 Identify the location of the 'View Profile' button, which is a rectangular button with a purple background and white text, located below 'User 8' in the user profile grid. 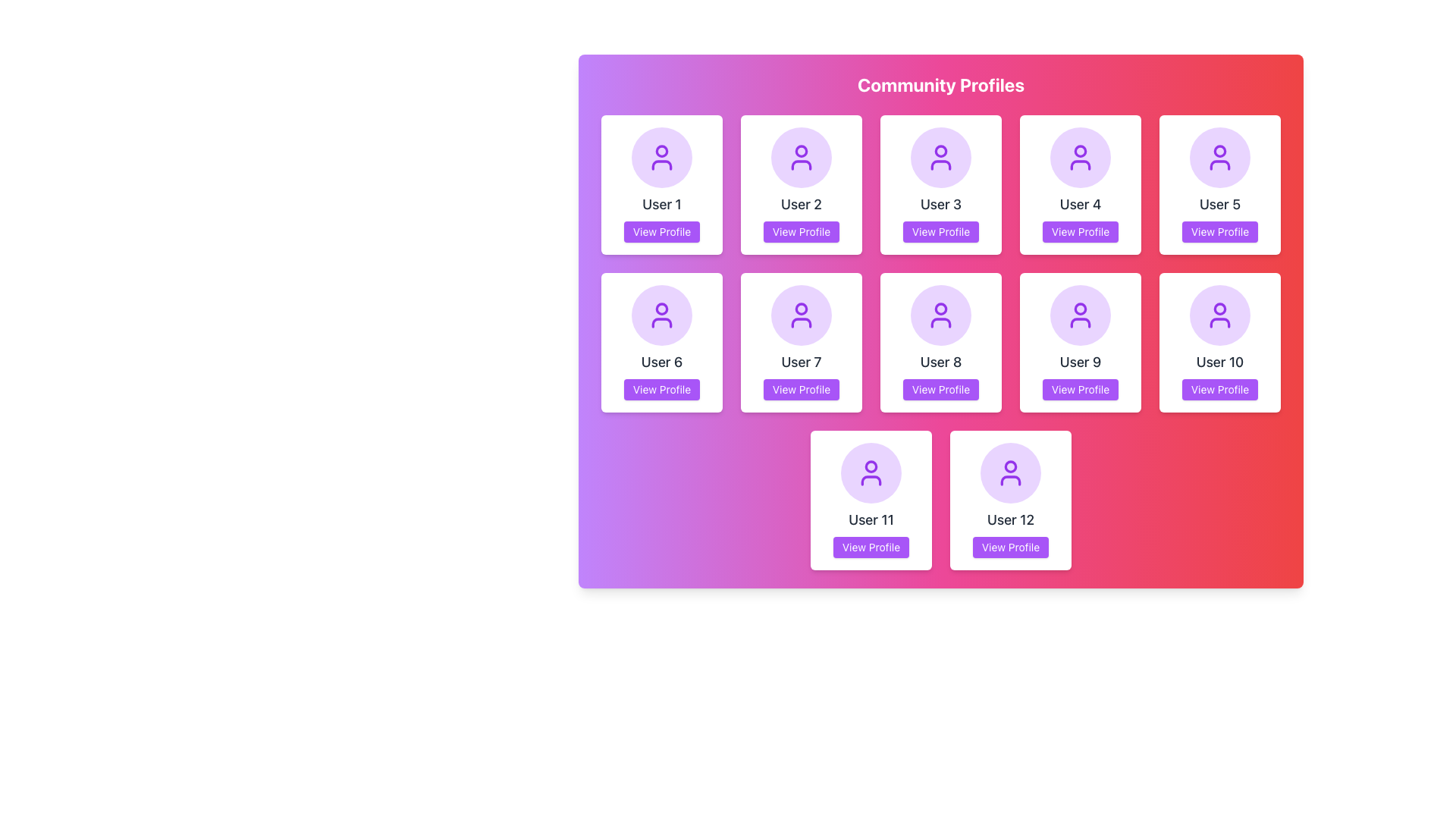
(939, 388).